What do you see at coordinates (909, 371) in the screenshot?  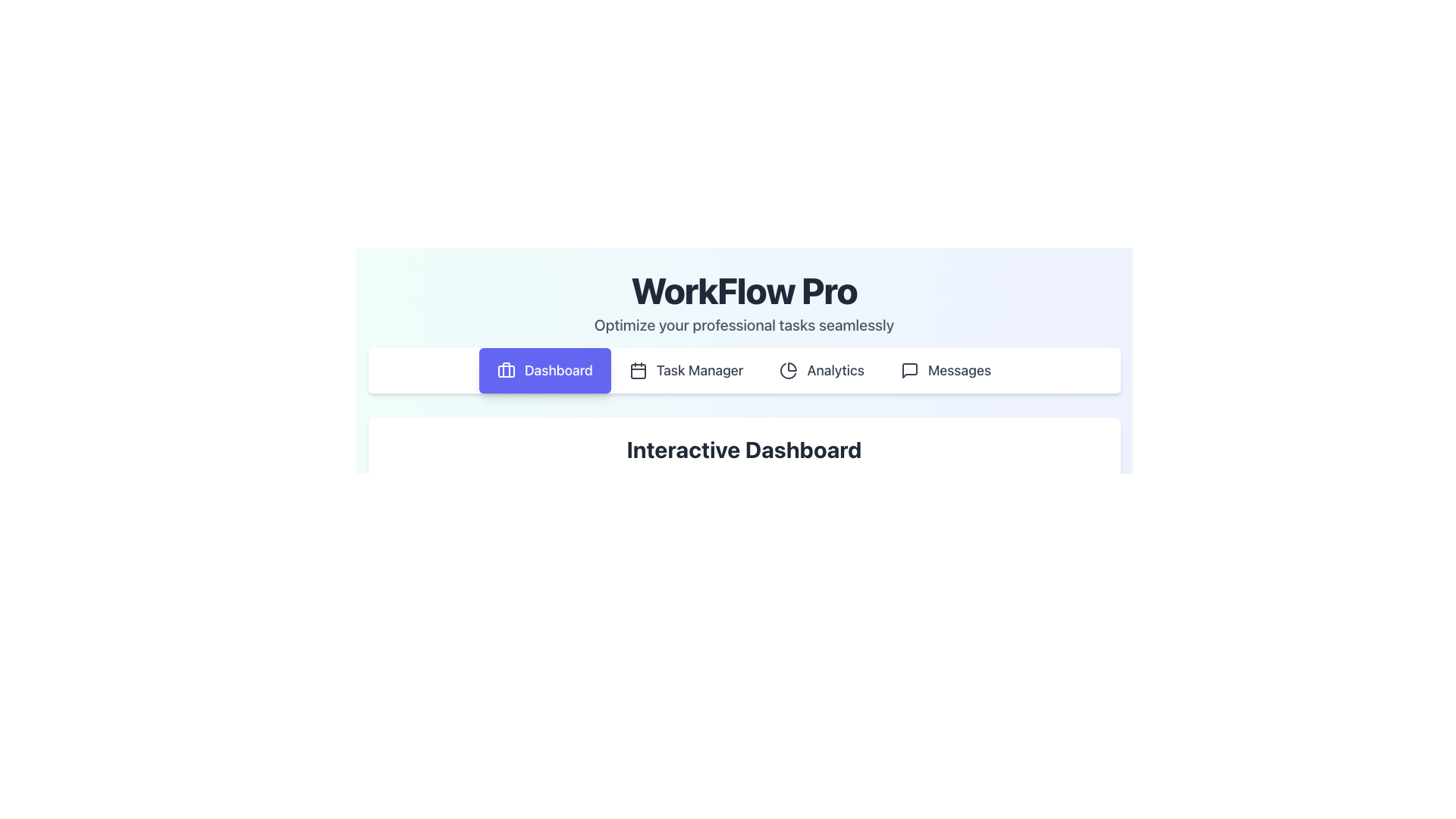 I see `the speech bubble icon in the Messages section of the navigation bar, which is located at the far right of the interface` at bounding box center [909, 371].